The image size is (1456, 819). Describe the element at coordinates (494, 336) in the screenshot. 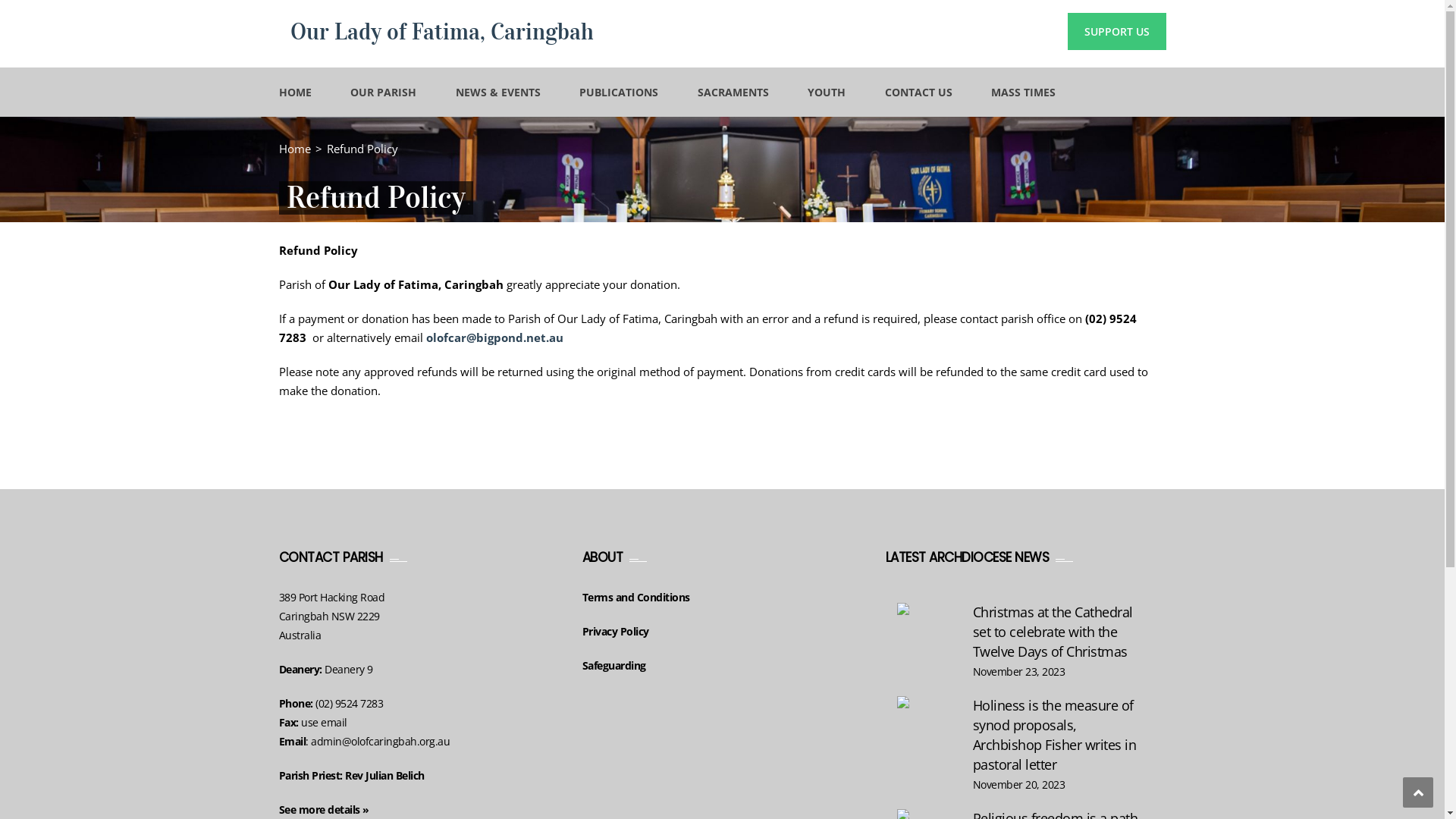

I see `'olofcar@bigpond.net.au'` at that location.